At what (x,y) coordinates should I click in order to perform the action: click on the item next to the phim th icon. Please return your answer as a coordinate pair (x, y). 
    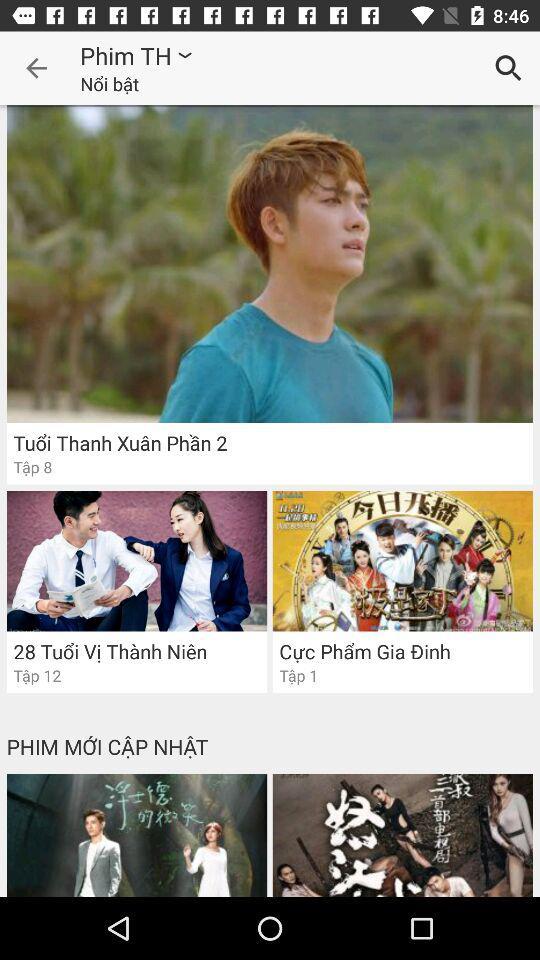
    Looking at the image, I should click on (36, 68).